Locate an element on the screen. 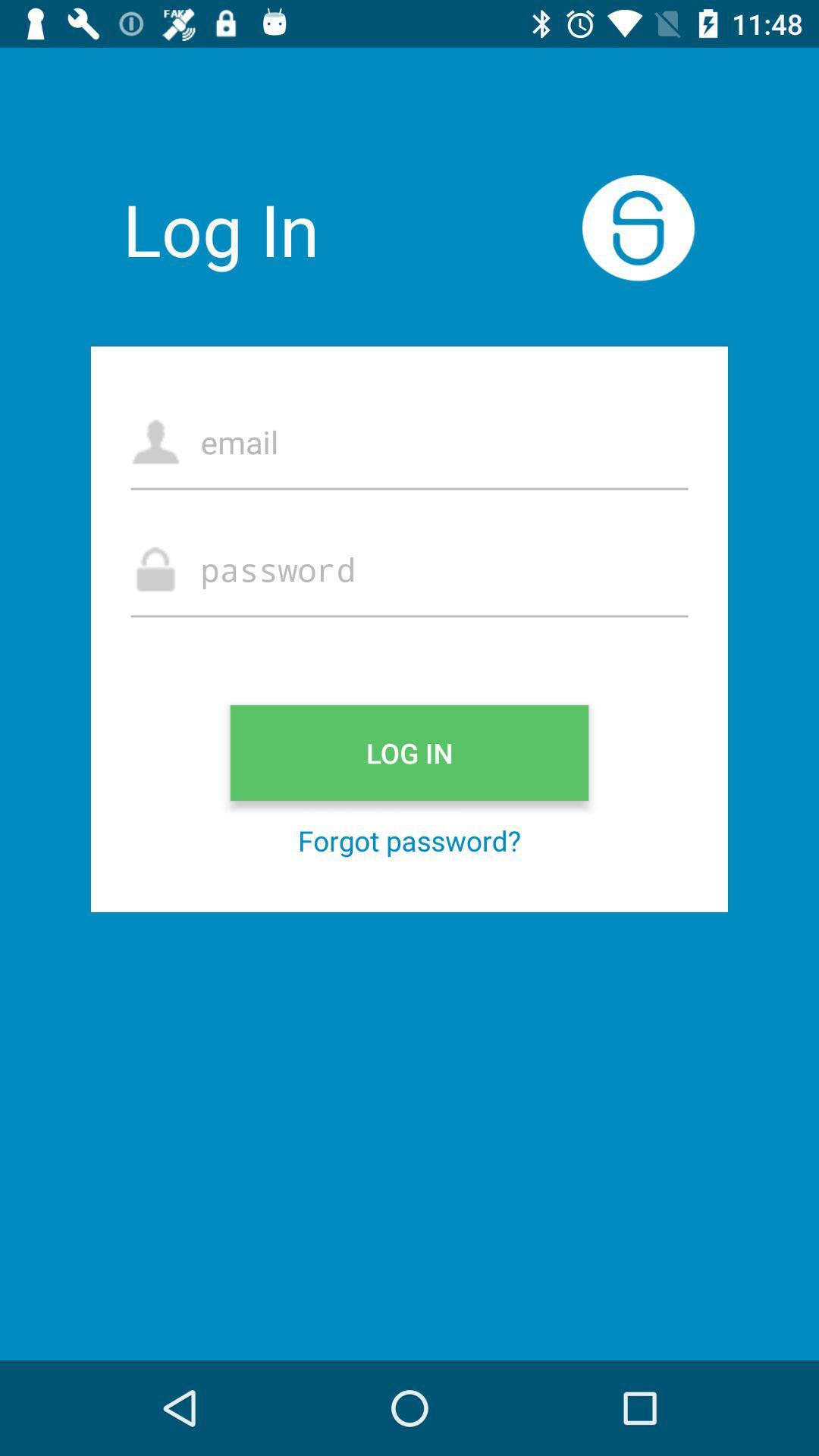 This screenshot has width=819, height=1456. log in with email address is located at coordinates (409, 441).